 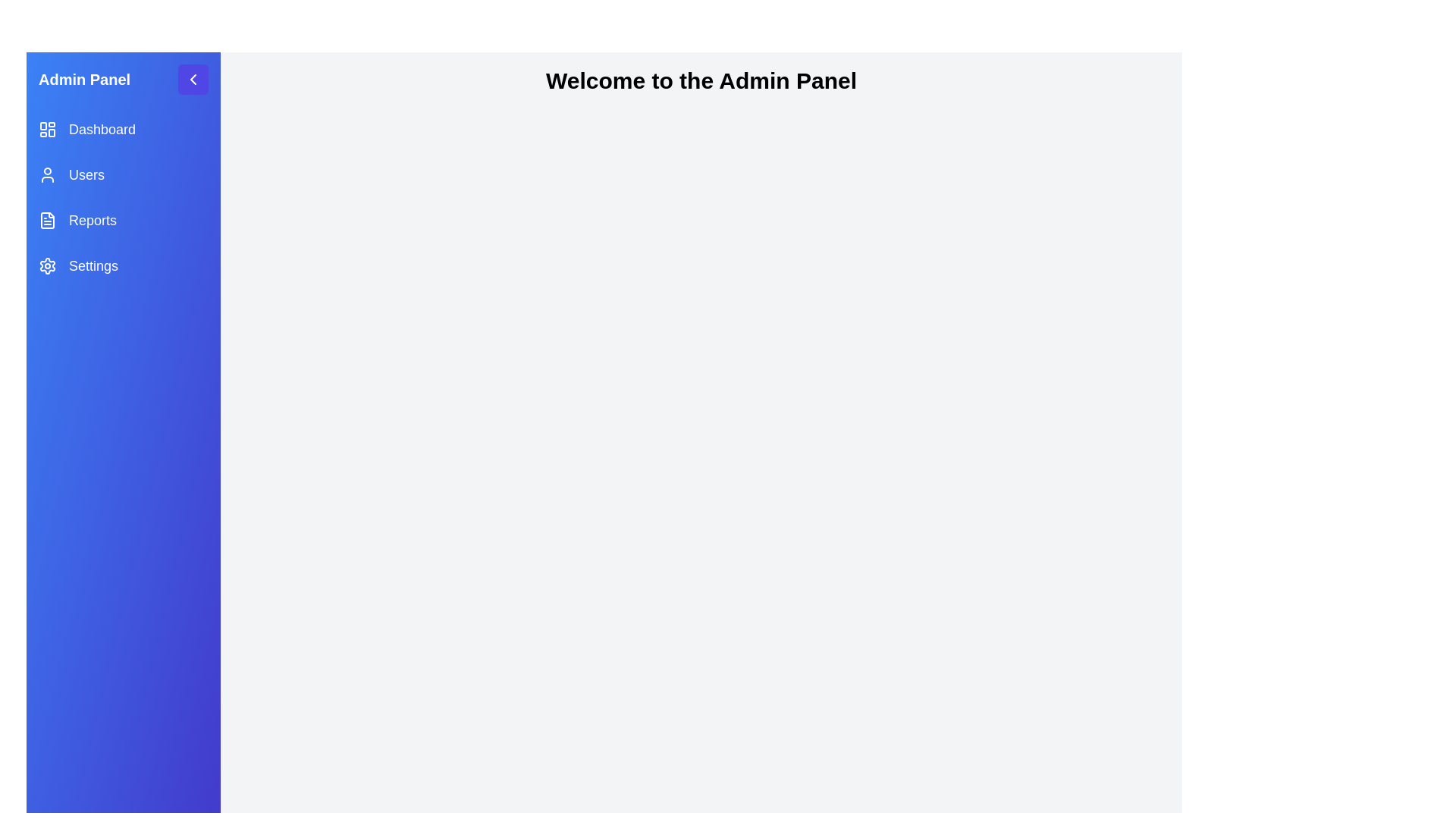 I want to click on the 'Users' menu icon located in the left sidebar, which is positioned to the left of the 'Users' text, so click(x=47, y=174).